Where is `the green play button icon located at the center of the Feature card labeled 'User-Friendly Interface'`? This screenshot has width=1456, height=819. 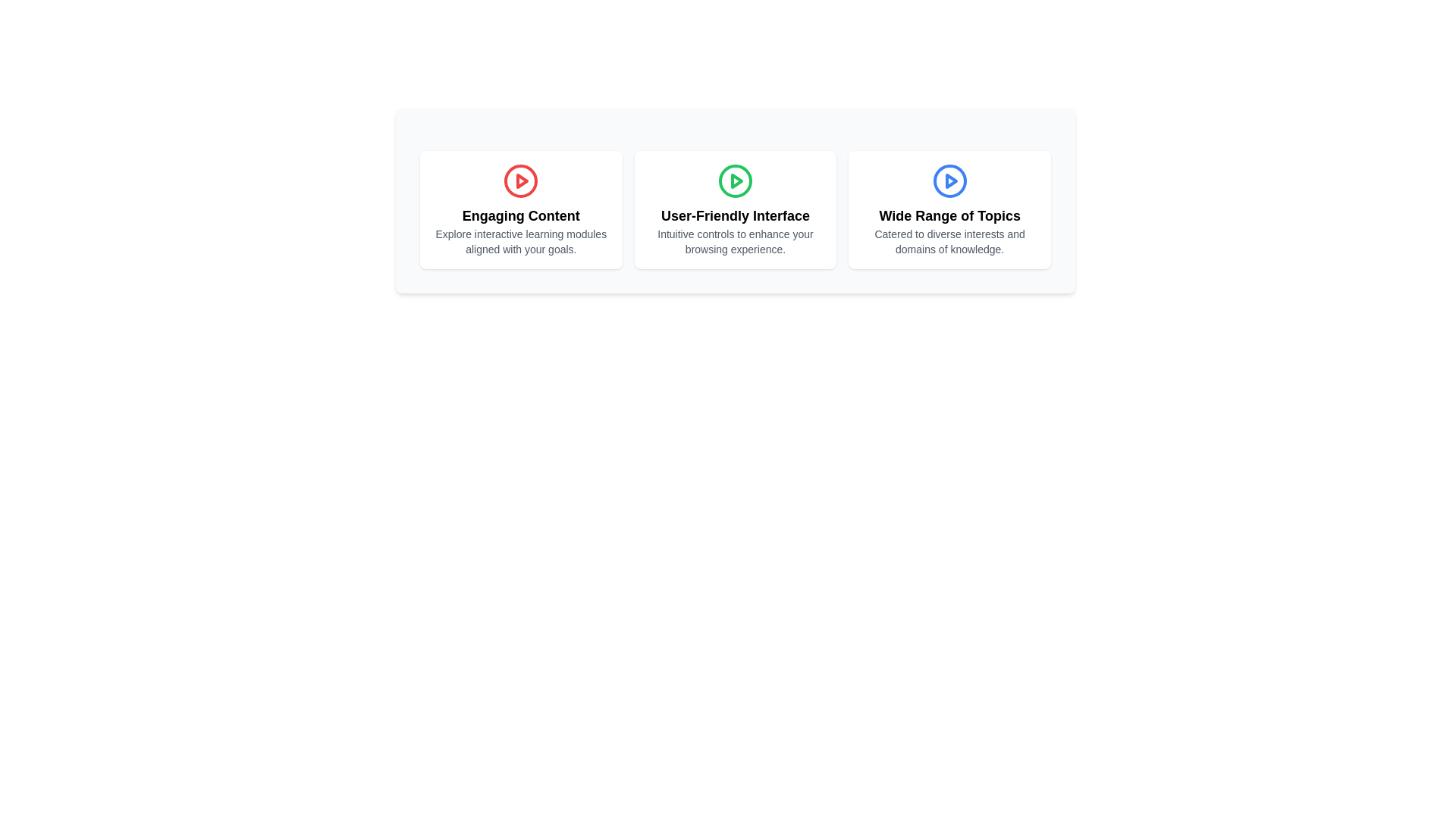 the green play button icon located at the center of the Feature card labeled 'User-Friendly Interface' is located at coordinates (735, 210).